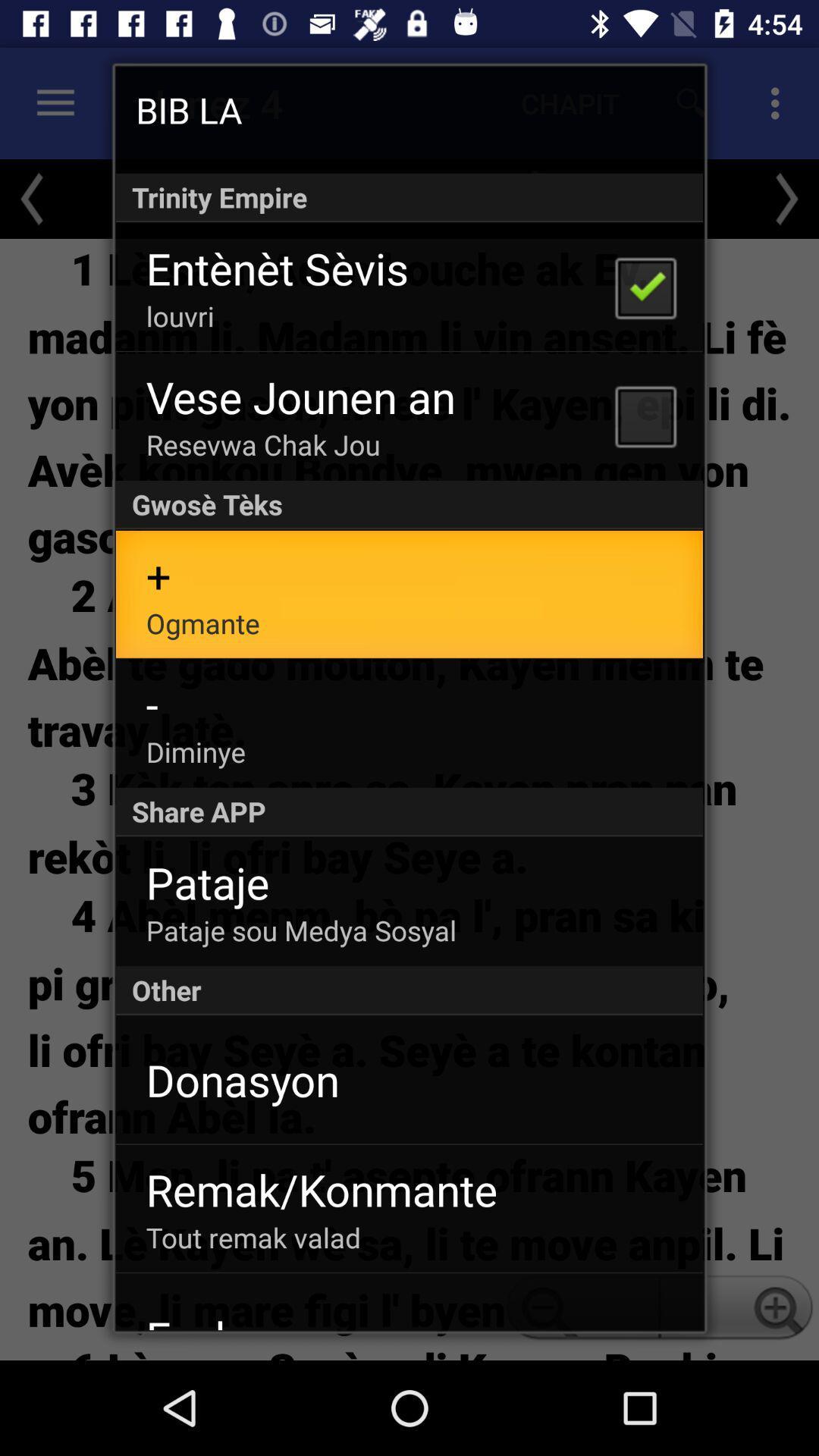  What do you see at coordinates (179, 315) in the screenshot?
I see `app above vese jounen an item` at bounding box center [179, 315].